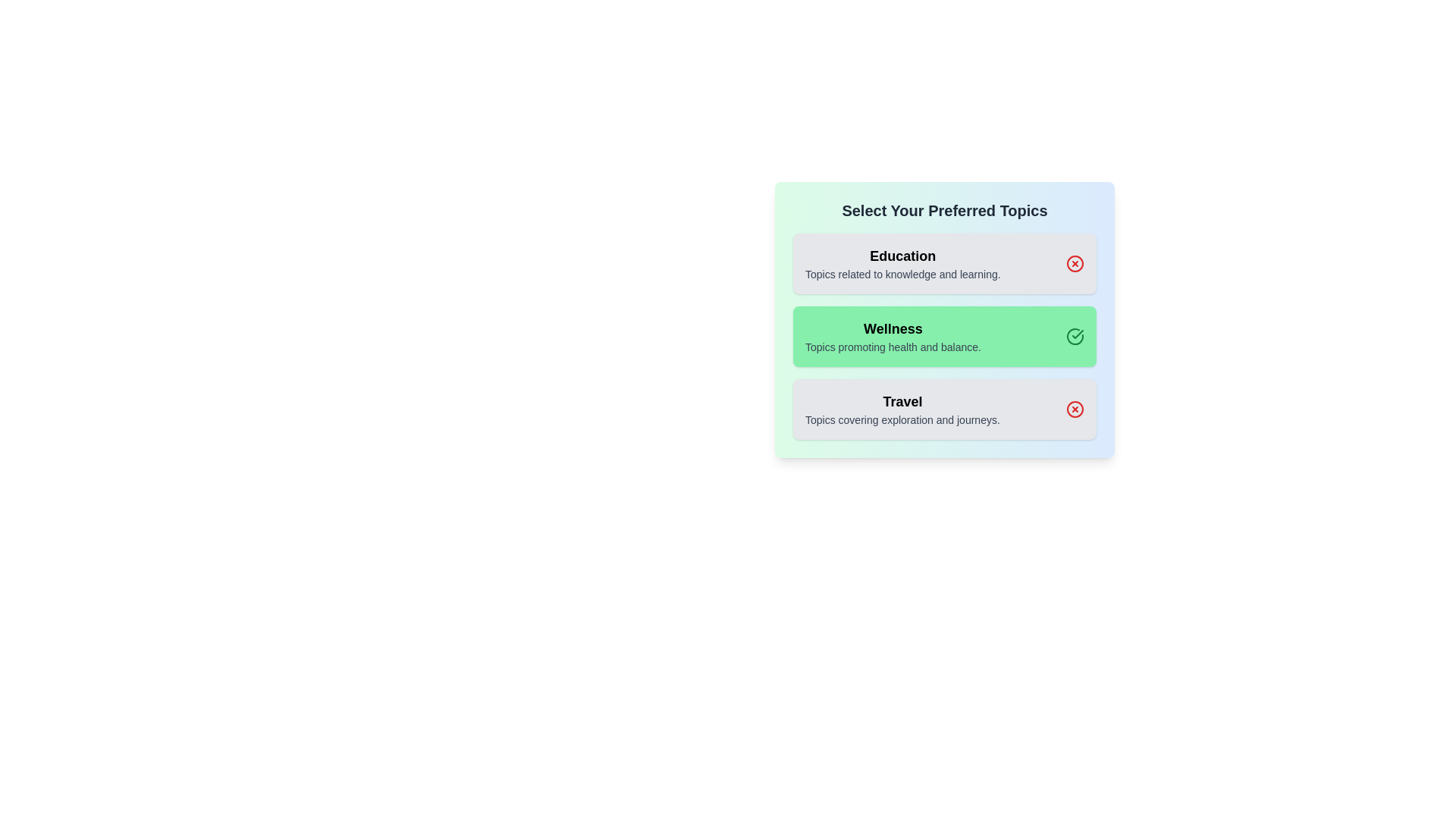 The width and height of the screenshot is (1456, 819). I want to click on the panel corresponding to the topic Travel, so click(944, 409).